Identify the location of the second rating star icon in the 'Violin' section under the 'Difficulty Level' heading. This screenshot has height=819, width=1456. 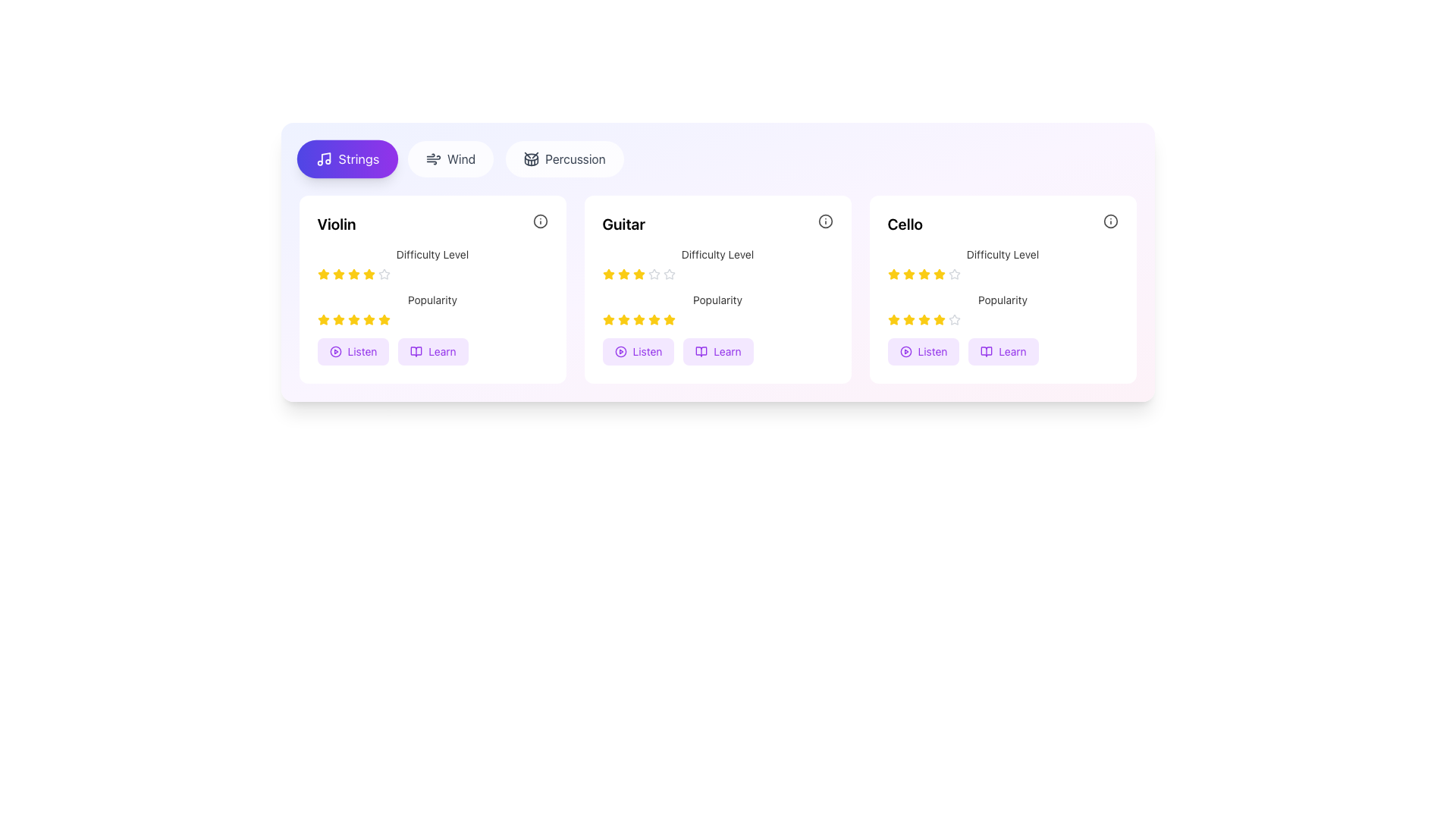
(337, 274).